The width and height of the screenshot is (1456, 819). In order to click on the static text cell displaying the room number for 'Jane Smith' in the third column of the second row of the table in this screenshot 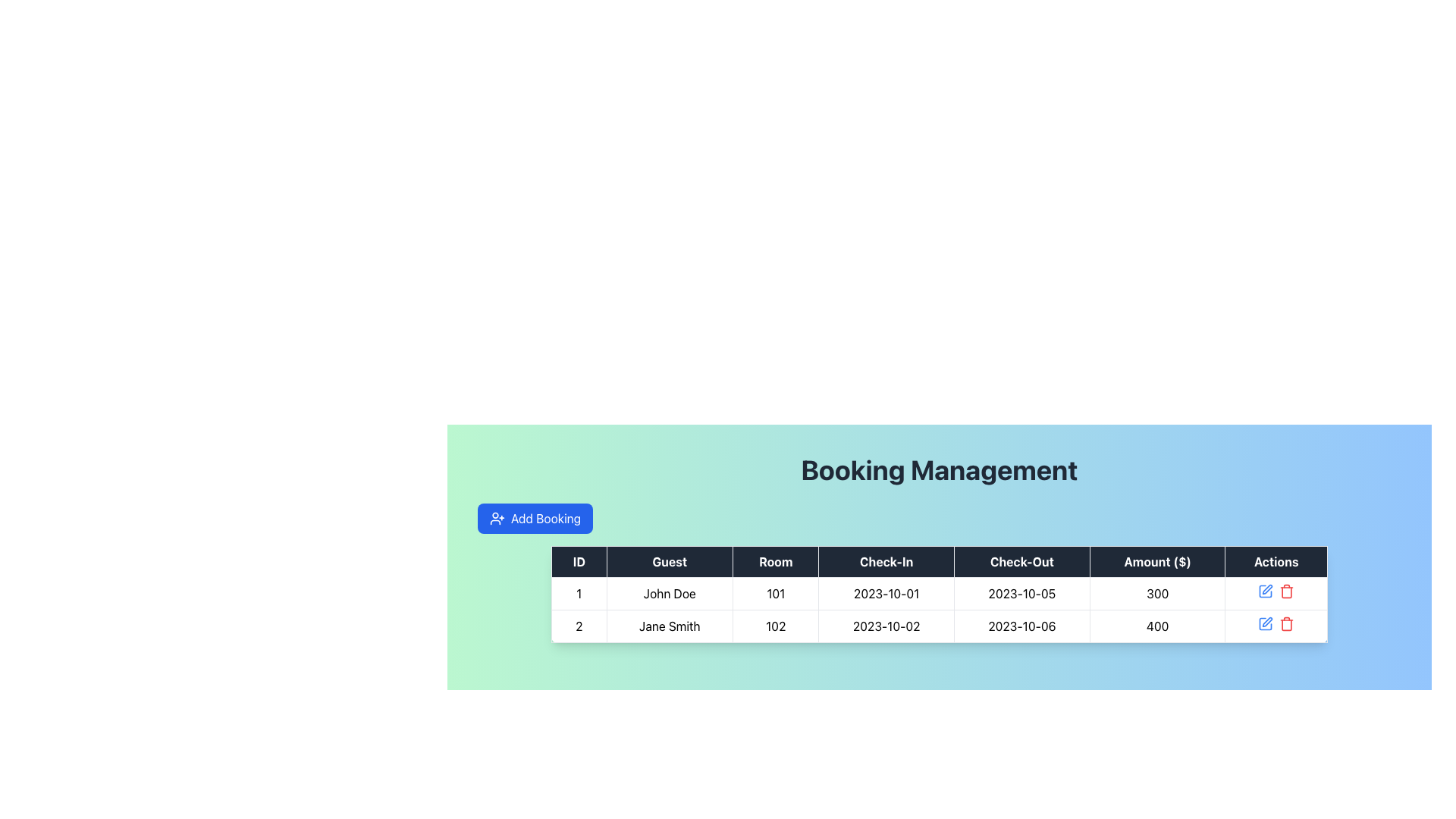, I will do `click(776, 626)`.